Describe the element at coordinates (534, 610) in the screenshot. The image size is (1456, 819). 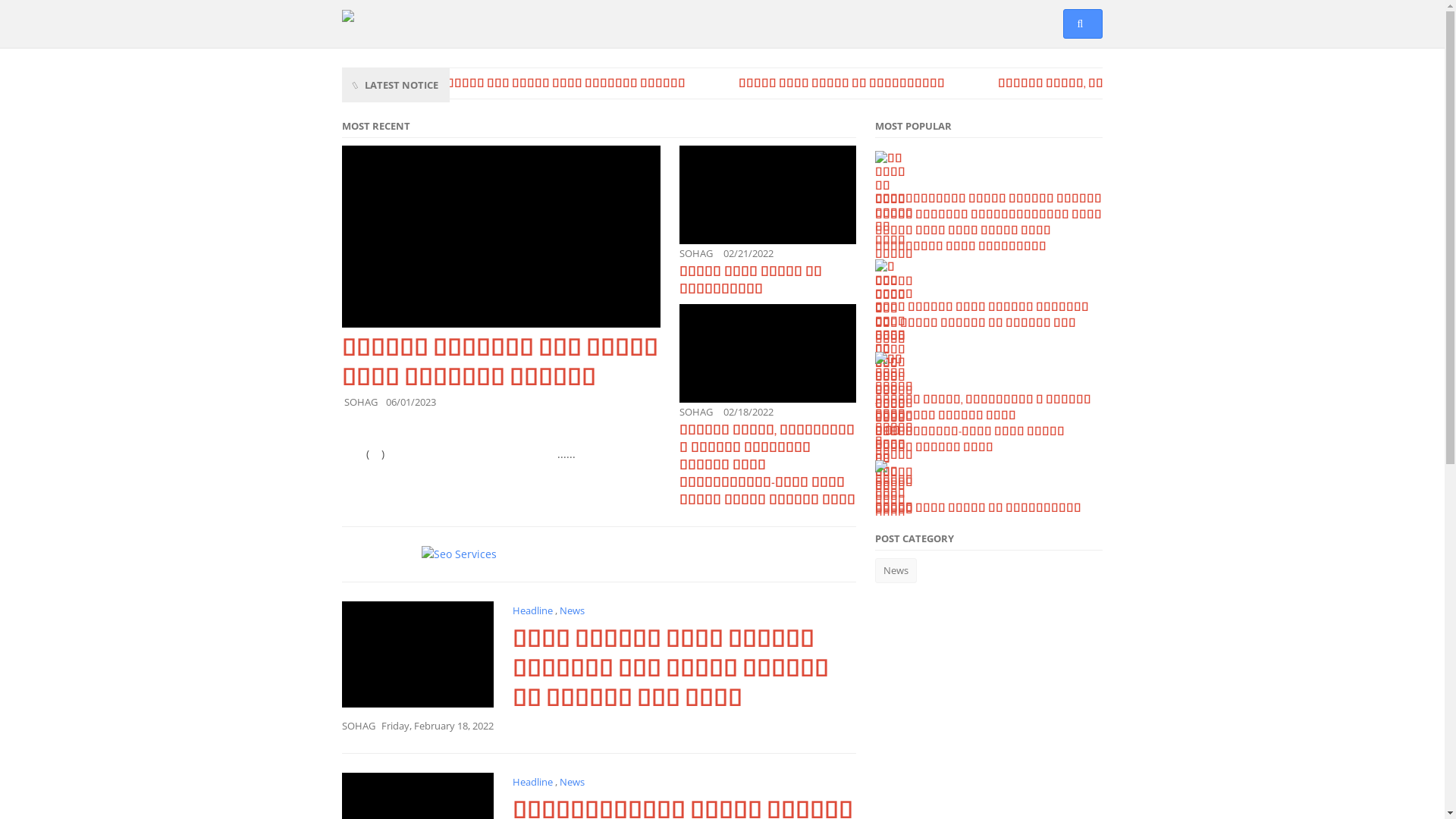
I see `'Headline'` at that location.